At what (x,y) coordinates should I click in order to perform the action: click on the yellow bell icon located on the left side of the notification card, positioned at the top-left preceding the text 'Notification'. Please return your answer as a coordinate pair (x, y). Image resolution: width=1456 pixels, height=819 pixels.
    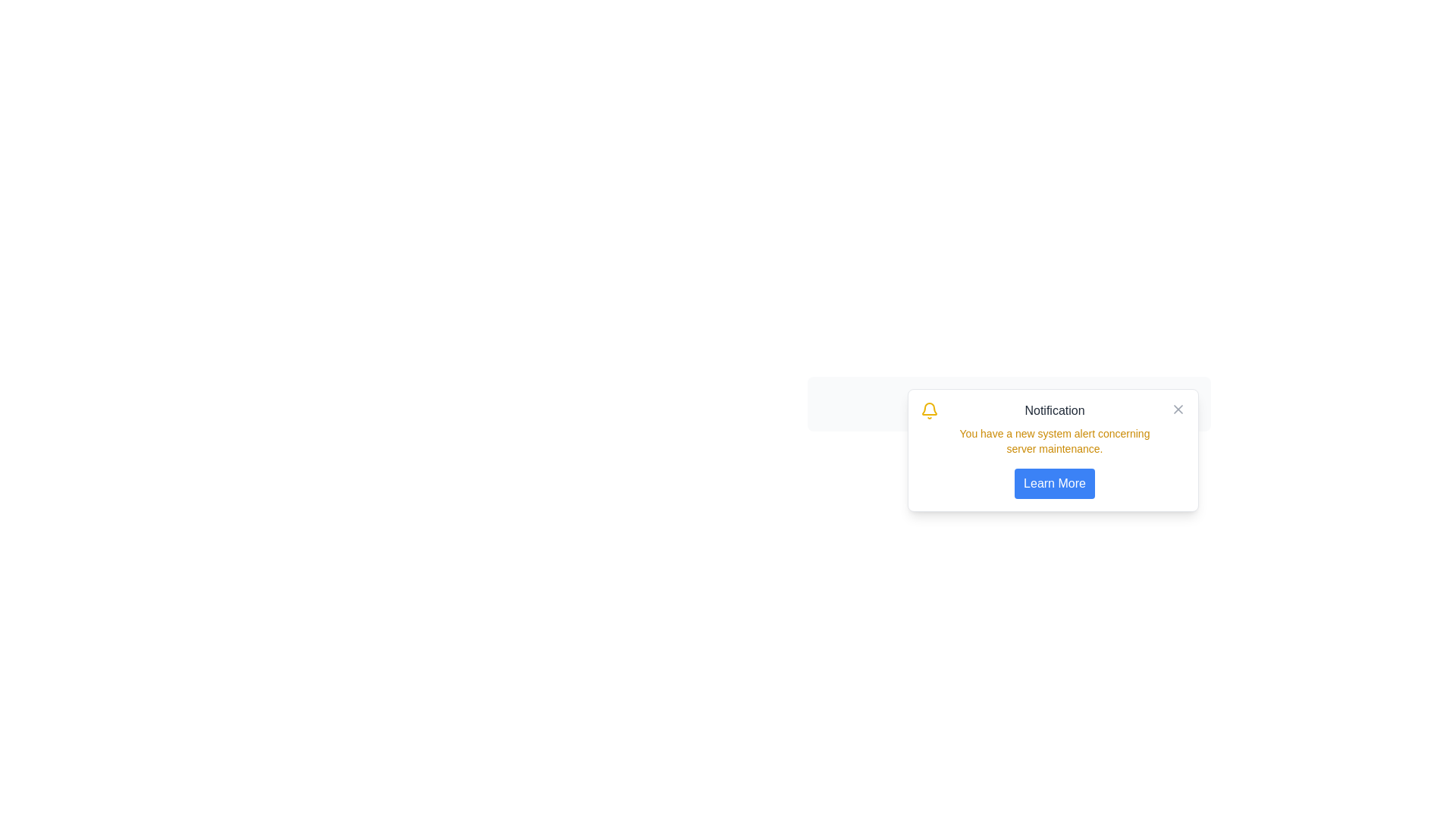
    Looking at the image, I should click on (928, 411).